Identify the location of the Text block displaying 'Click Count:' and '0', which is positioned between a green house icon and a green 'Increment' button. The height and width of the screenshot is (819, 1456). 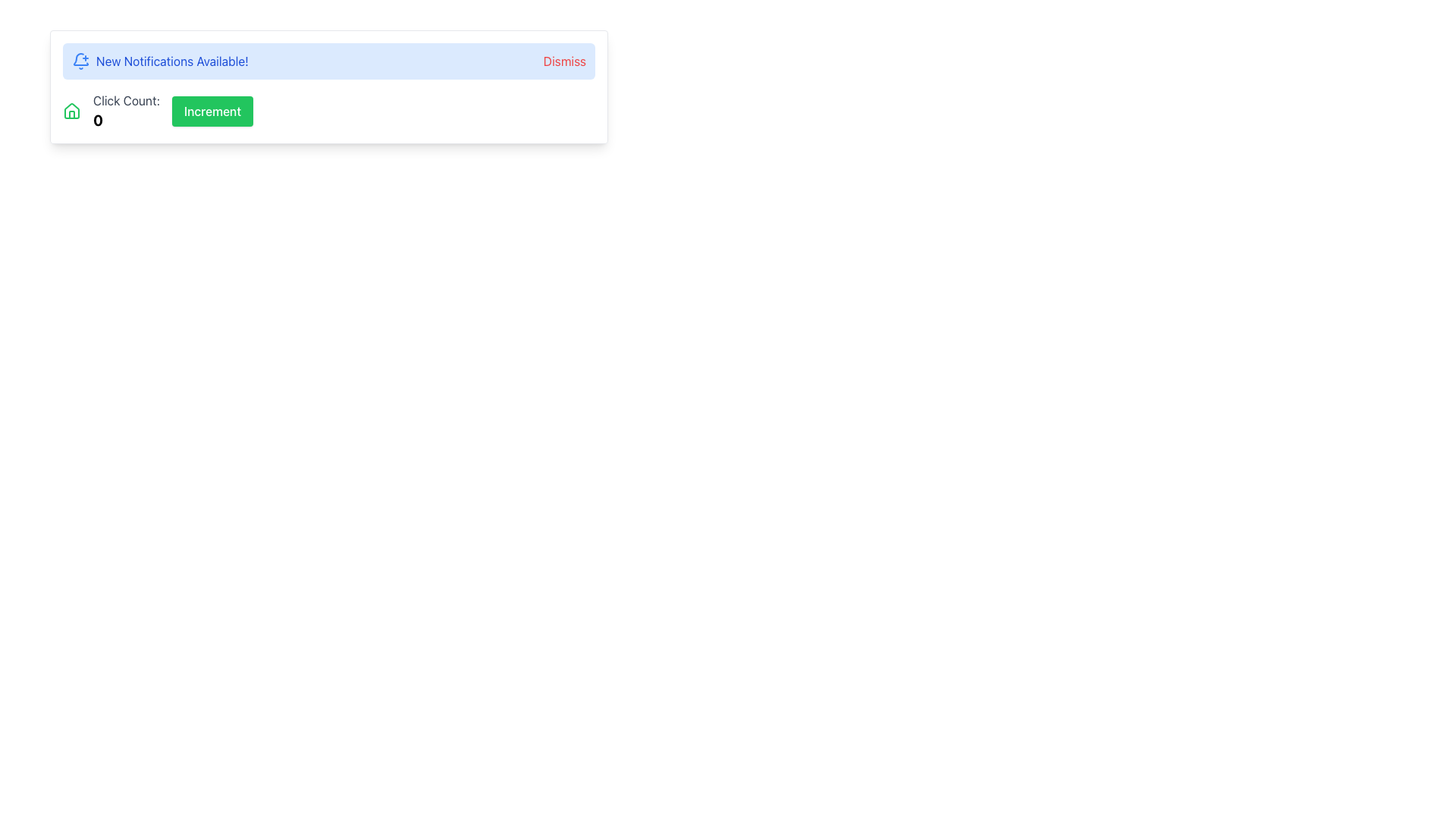
(127, 110).